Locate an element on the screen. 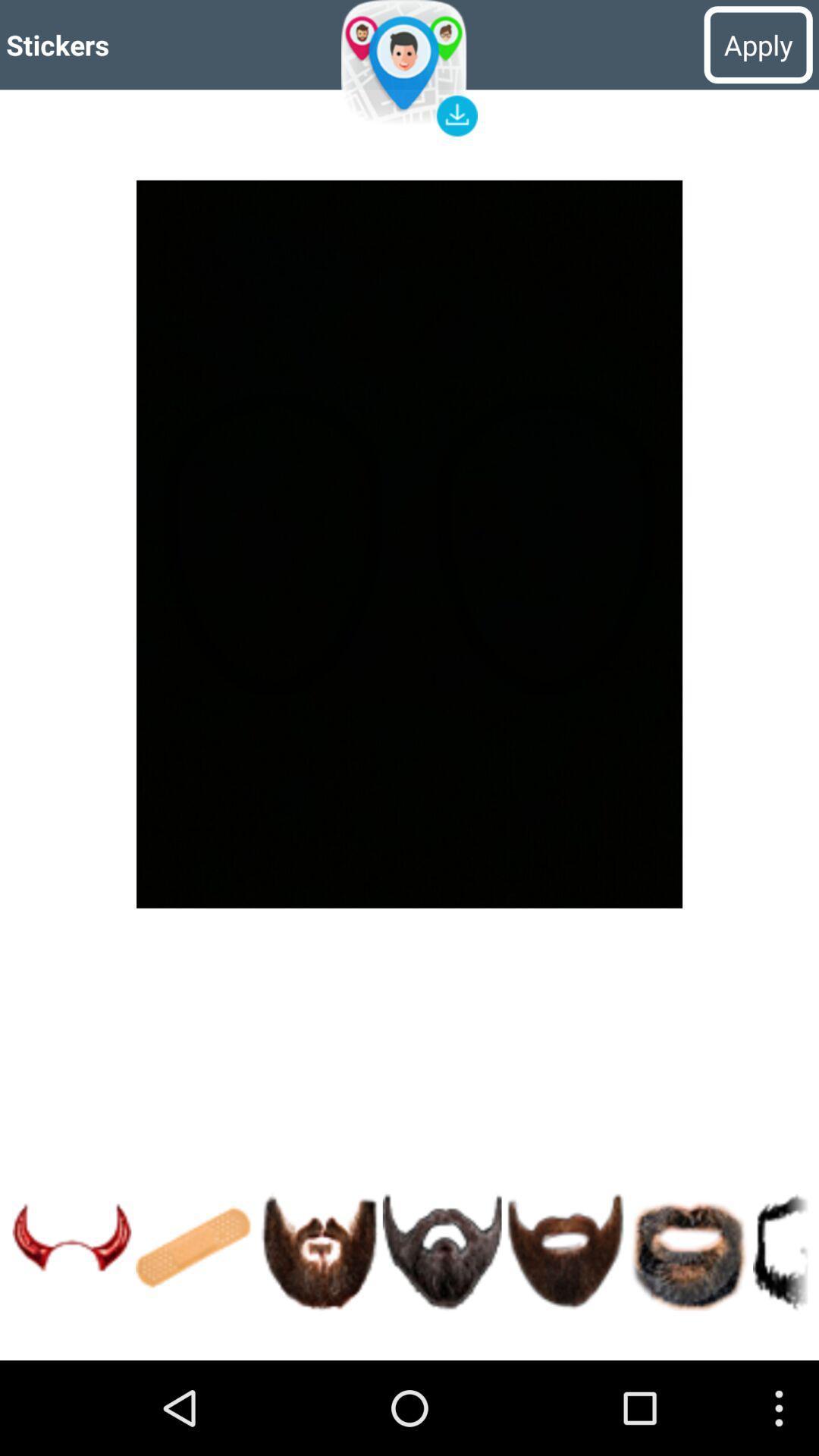 The width and height of the screenshot is (819, 1456). the location icon is located at coordinates (409, 72).